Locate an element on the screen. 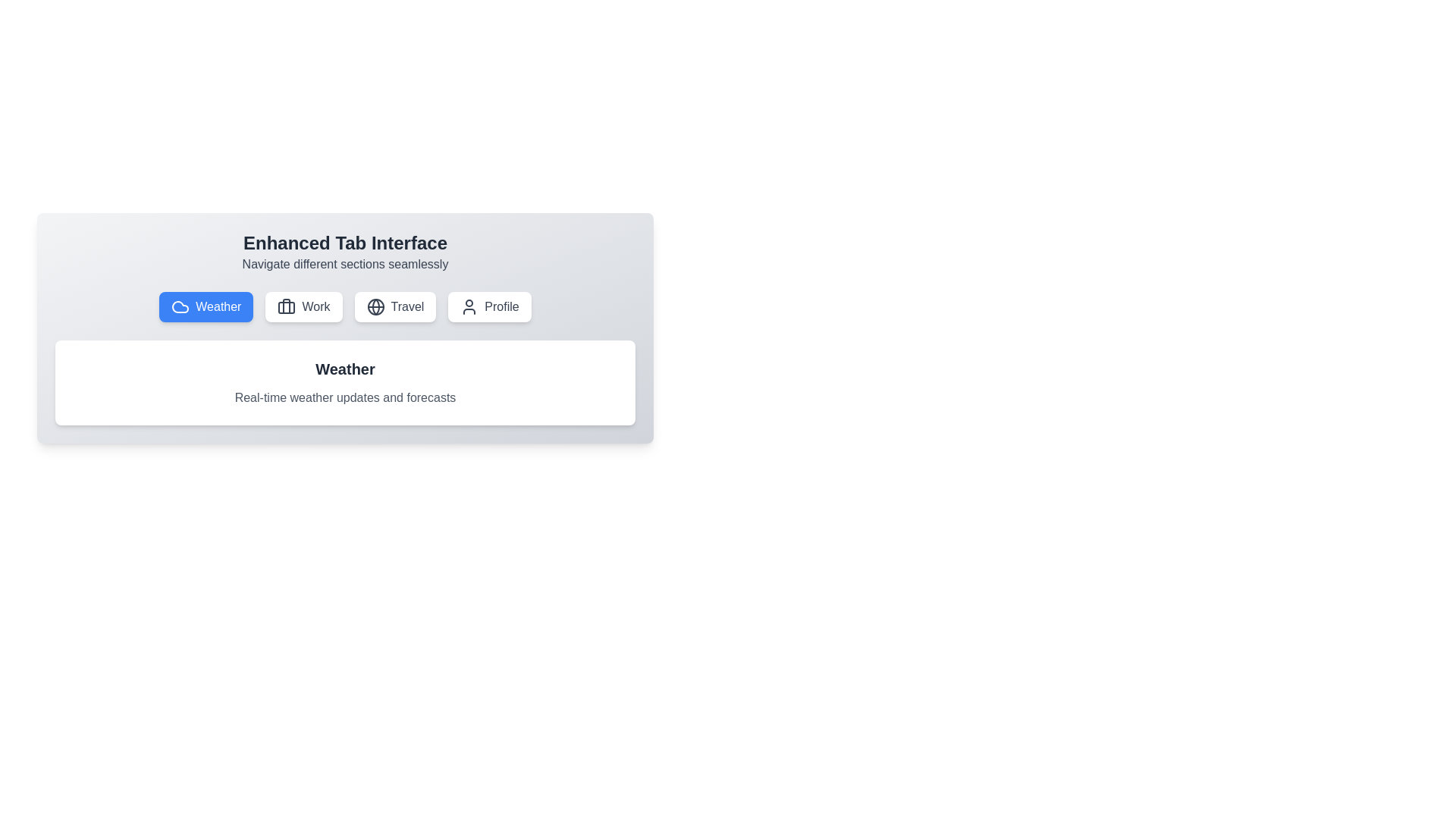  the tab labeled Profile is located at coordinates (490, 307).